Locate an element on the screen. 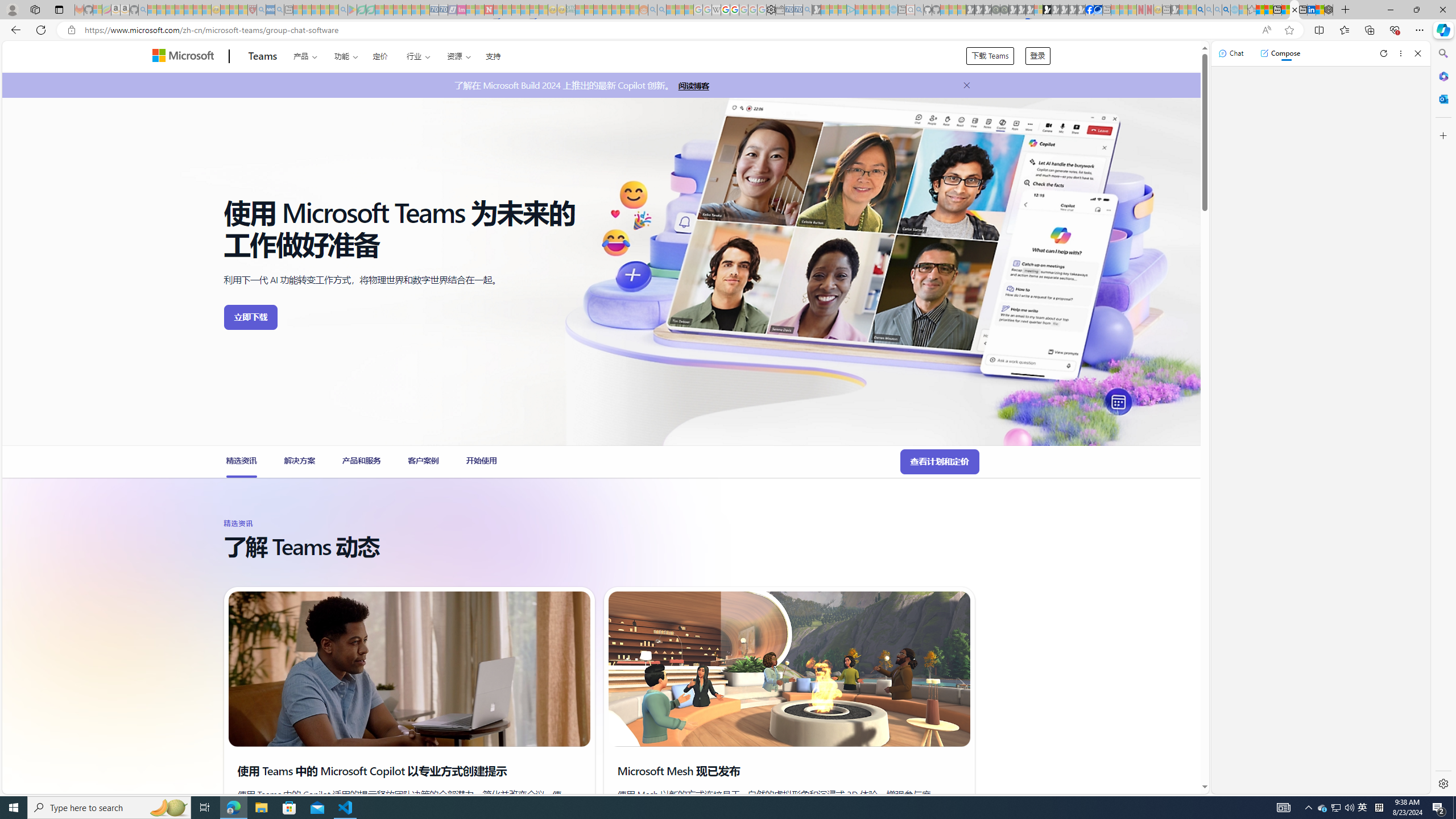 The height and width of the screenshot is (819, 1456). 'Bing Real Estate - Home sales and rental listings - Sleeping' is located at coordinates (806, 9).